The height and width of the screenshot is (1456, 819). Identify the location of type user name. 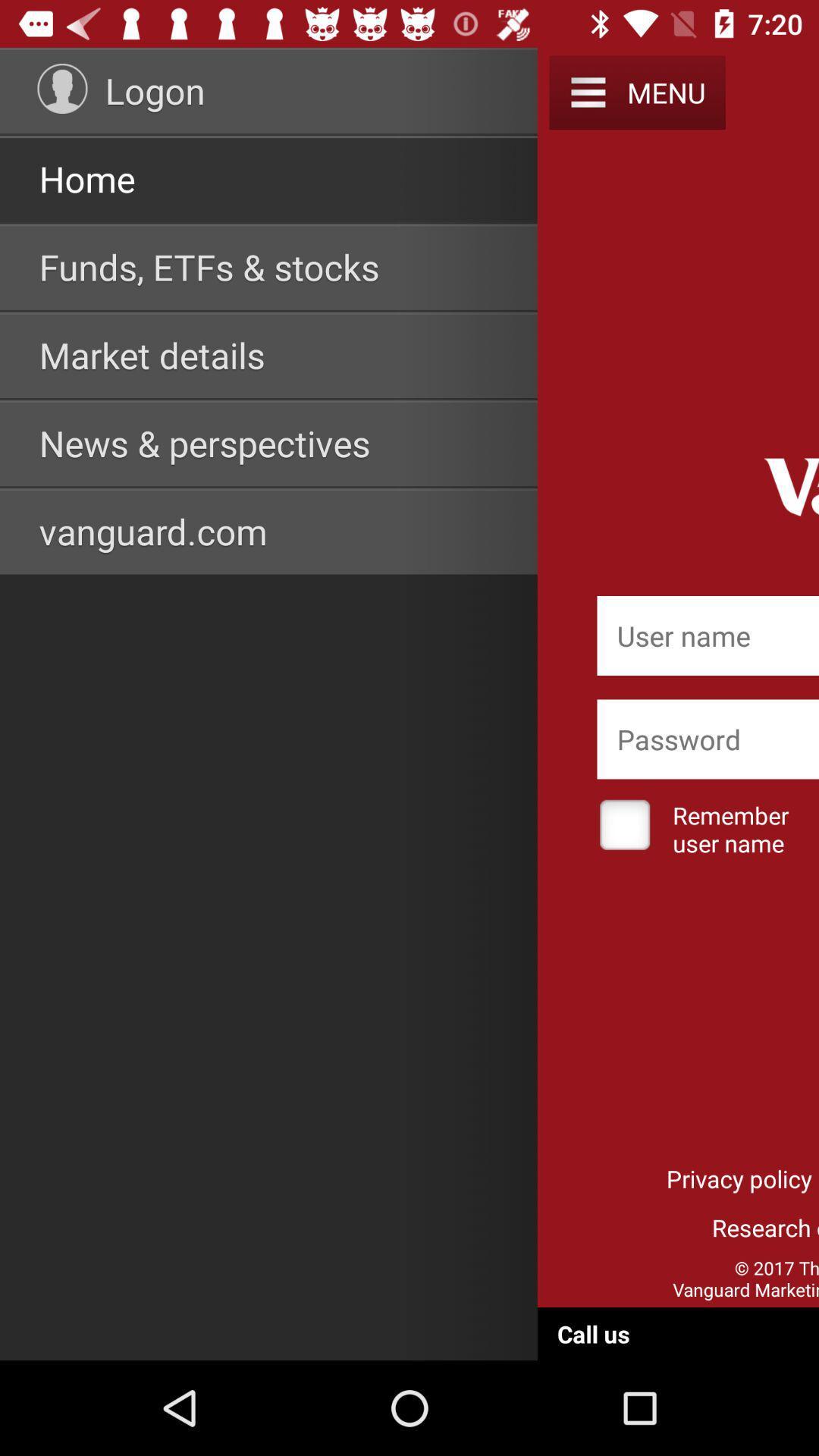
(708, 635).